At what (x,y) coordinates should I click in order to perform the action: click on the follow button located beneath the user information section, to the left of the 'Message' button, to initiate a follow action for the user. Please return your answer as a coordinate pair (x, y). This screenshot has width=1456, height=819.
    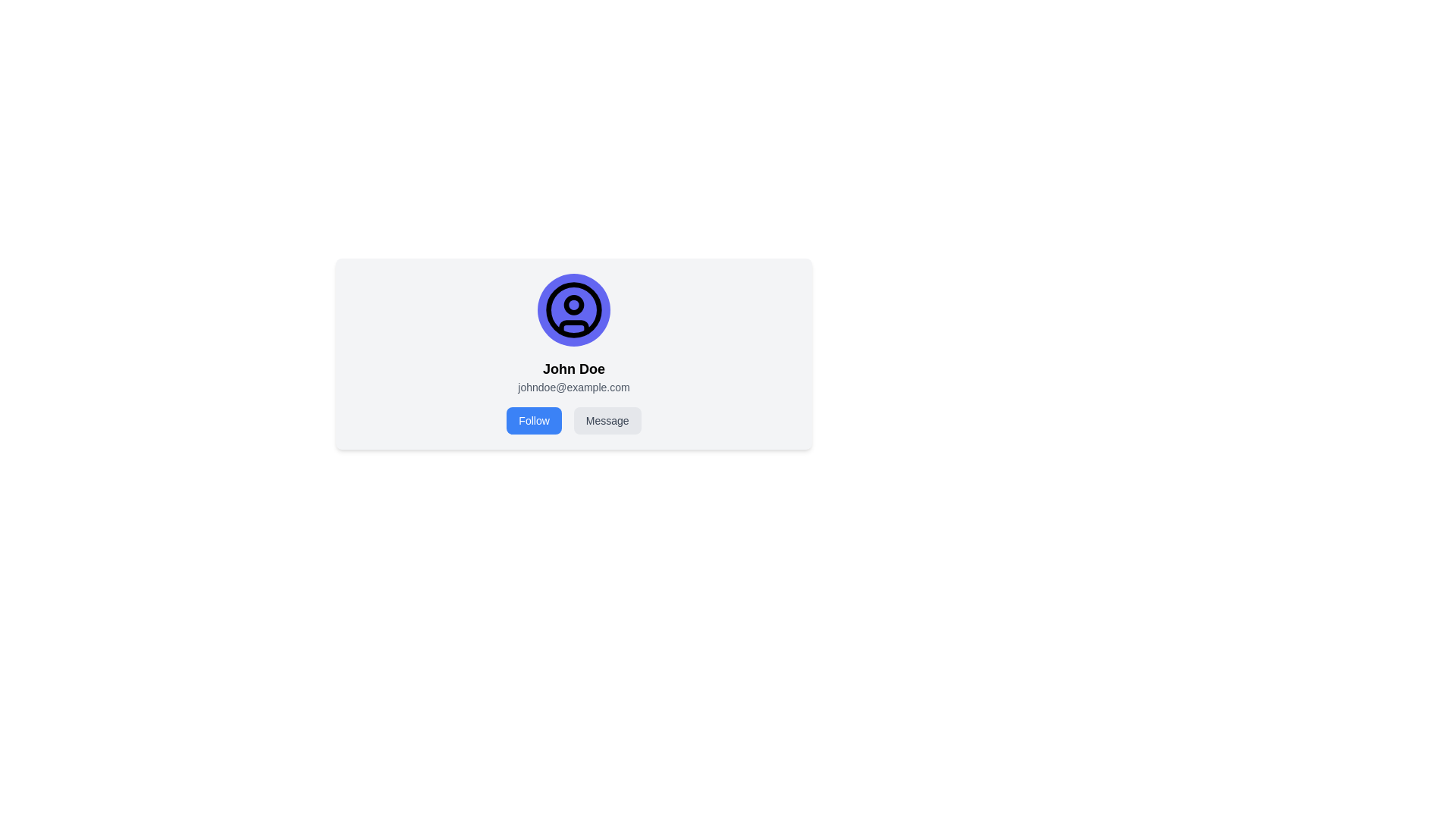
    Looking at the image, I should click on (534, 421).